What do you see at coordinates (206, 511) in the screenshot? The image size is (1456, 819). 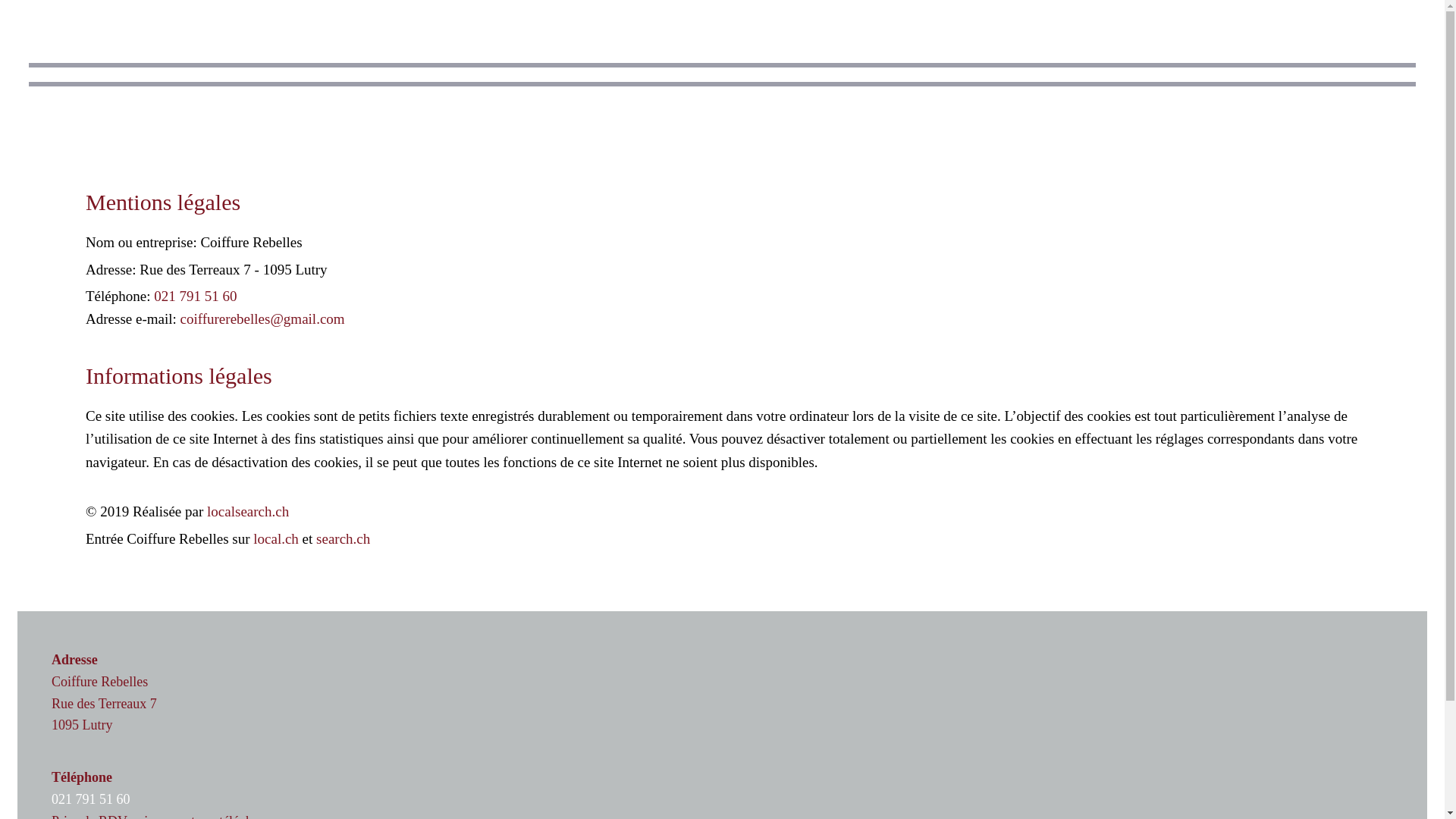 I see `'localsearch.ch'` at bounding box center [206, 511].